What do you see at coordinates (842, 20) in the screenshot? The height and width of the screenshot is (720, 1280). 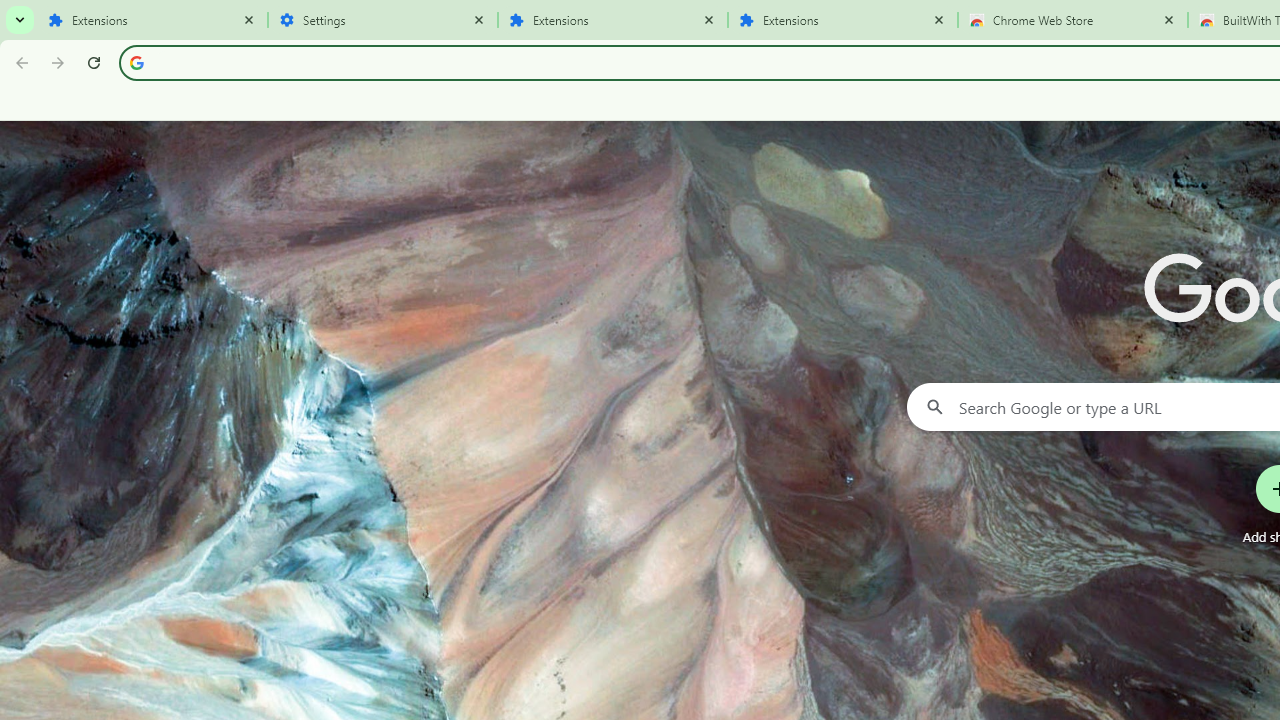 I see `'Extensions'` at bounding box center [842, 20].